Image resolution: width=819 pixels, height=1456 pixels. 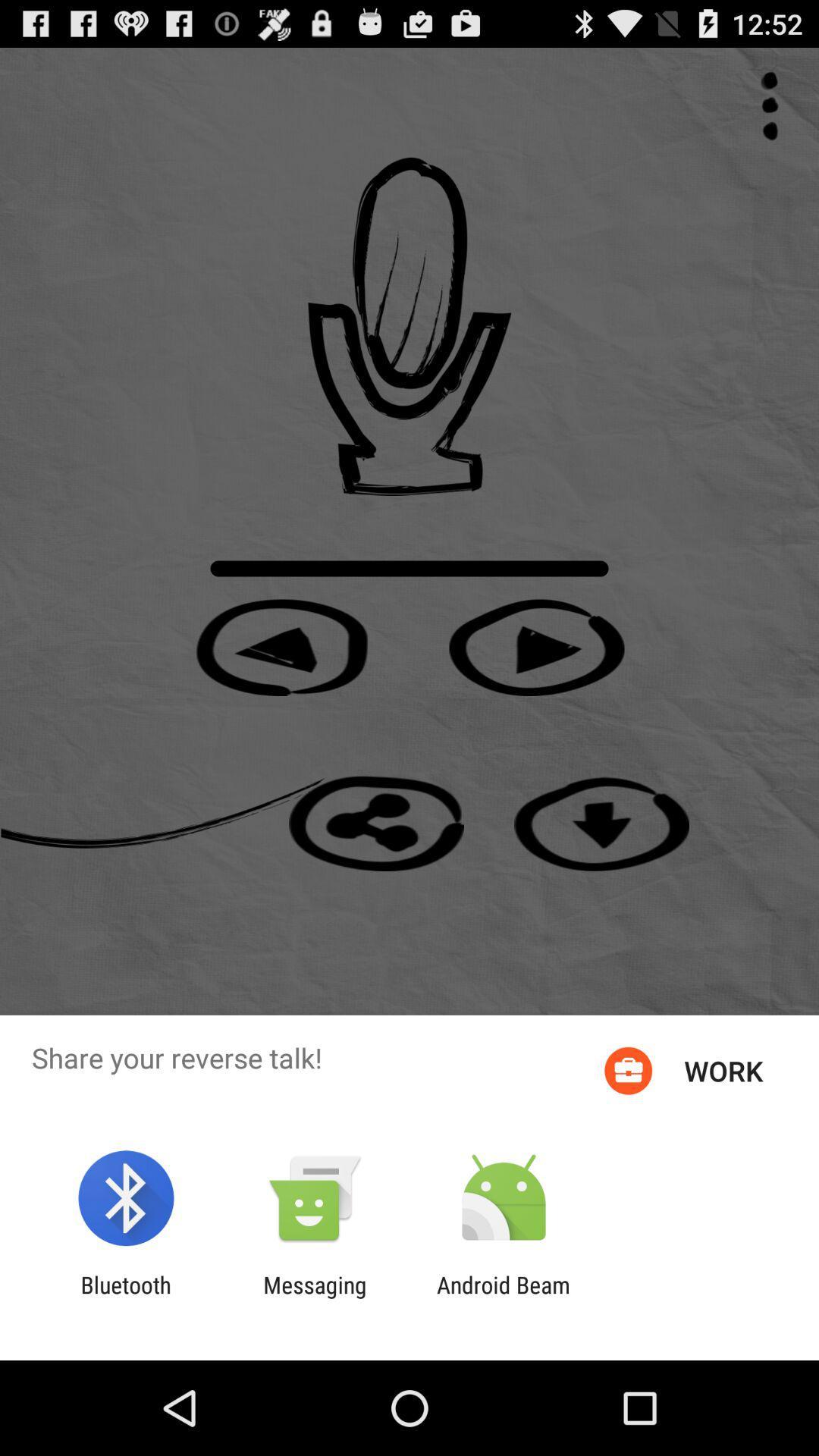 I want to click on messaging, so click(x=314, y=1298).